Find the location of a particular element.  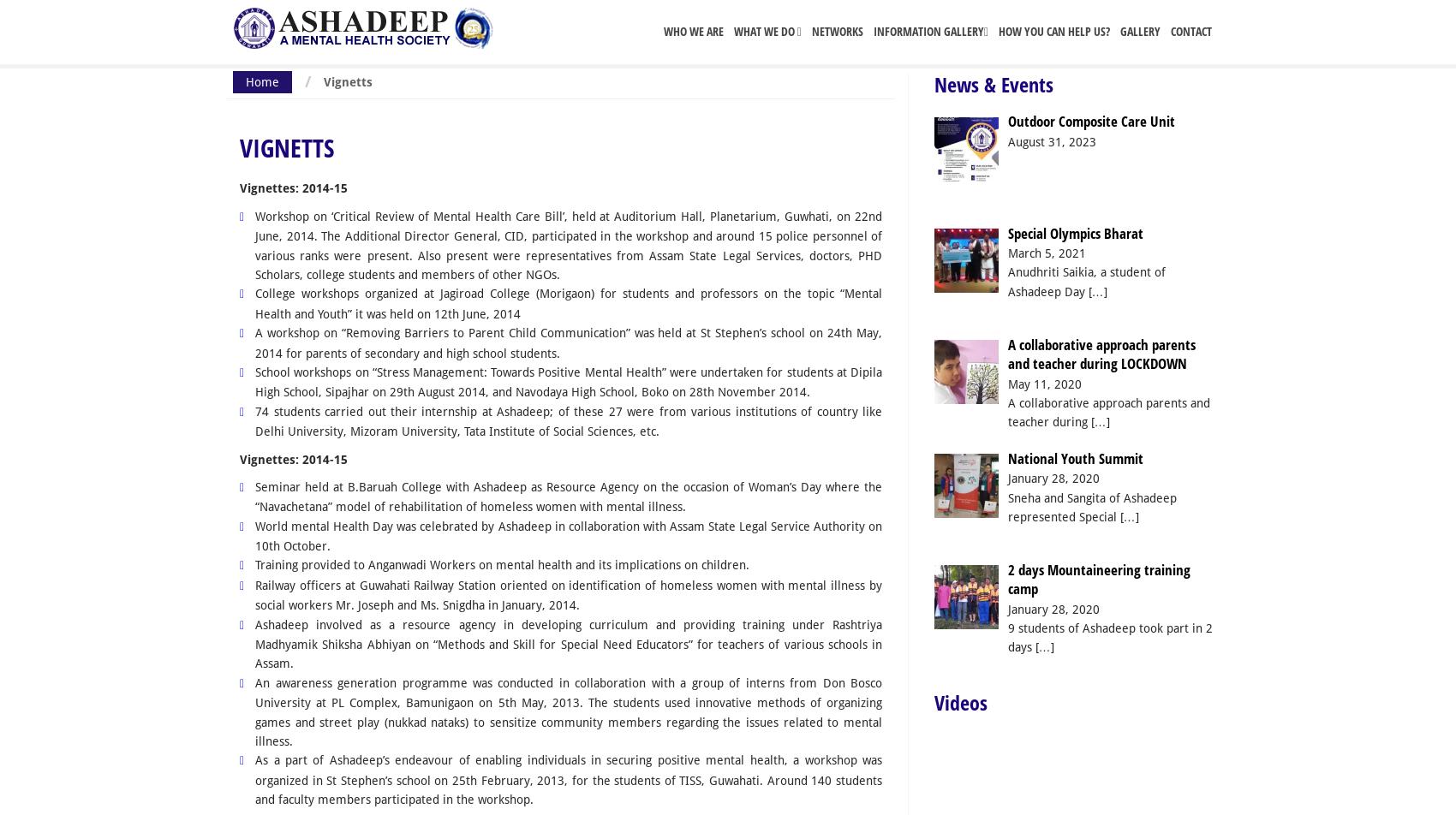

'2 days Mountaineering training camp' is located at coordinates (1098, 579).